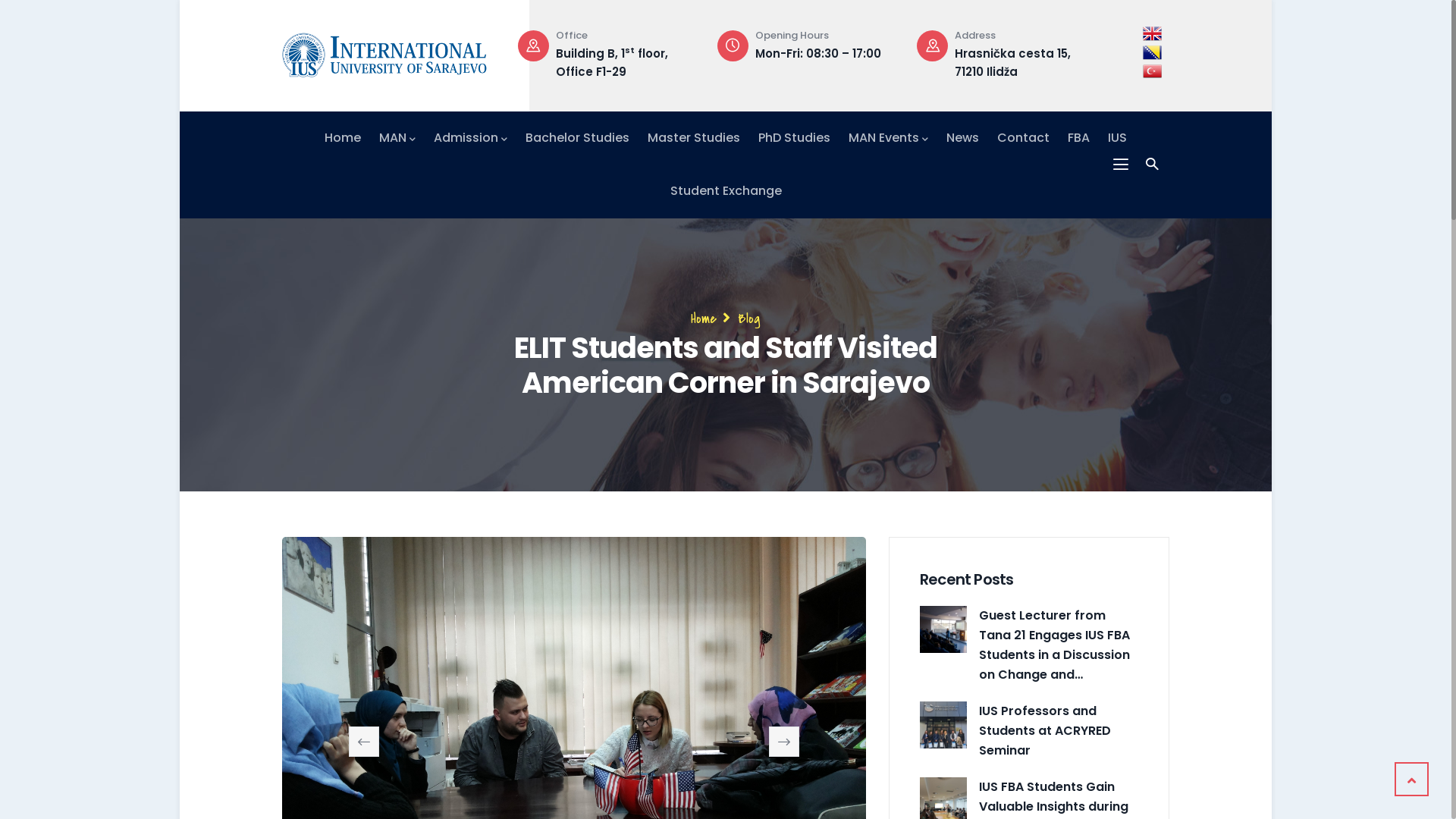 Image resolution: width=1456 pixels, height=819 pixels. What do you see at coordinates (1117, 137) in the screenshot?
I see `'IUS'` at bounding box center [1117, 137].